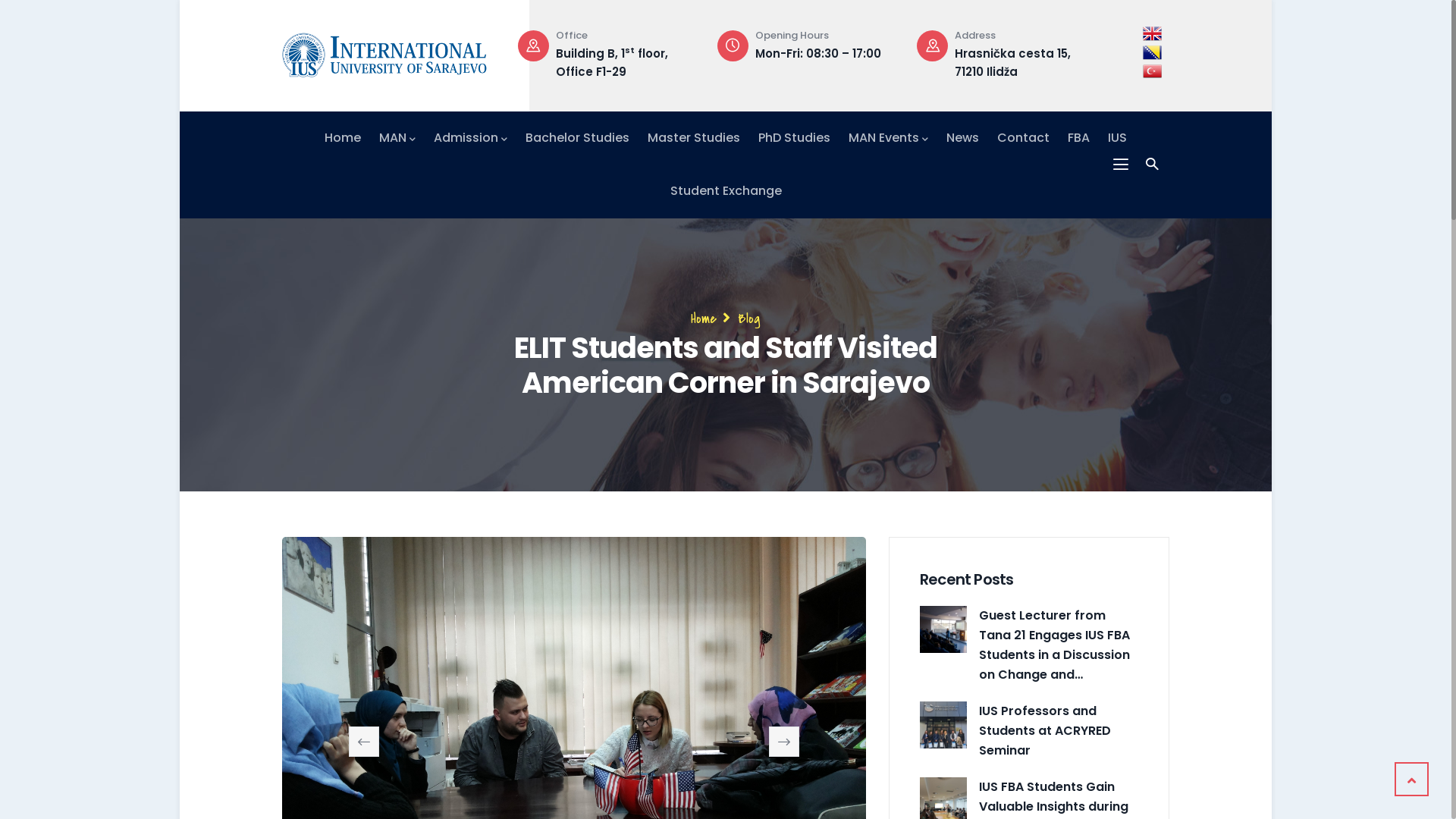 Image resolution: width=1456 pixels, height=819 pixels. What do you see at coordinates (1117, 137) in the screenshot?
I see `'IUS'` at bounding box center [1117, 137].